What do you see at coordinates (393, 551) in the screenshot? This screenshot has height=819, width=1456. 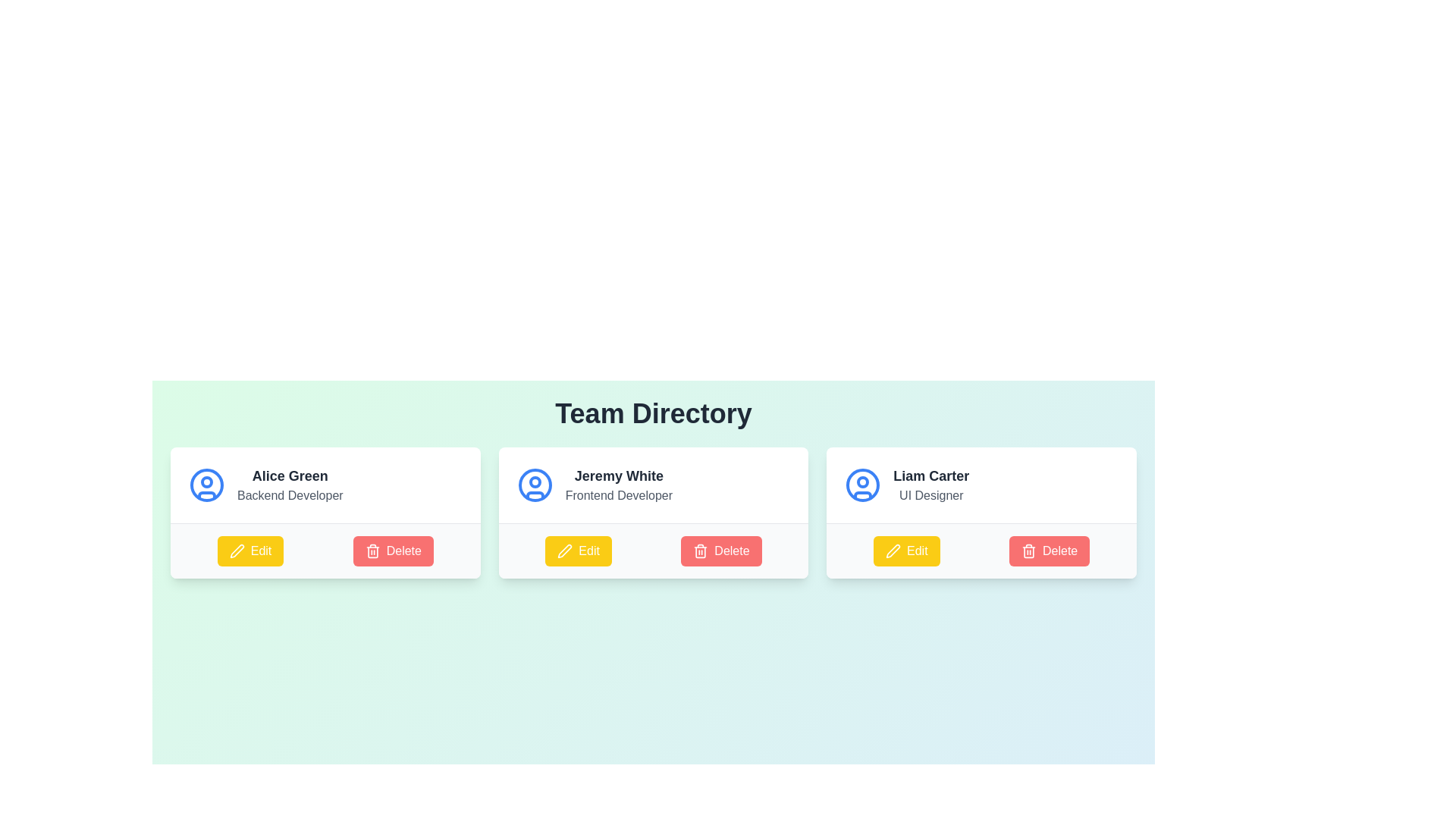 I see `the red 'Delete' button with a trash can icon located to the right of the yellow 'Edit' button in the control section of the card labeled 'Alice Green - Backend Developer'` at bounding box center [393, 551].